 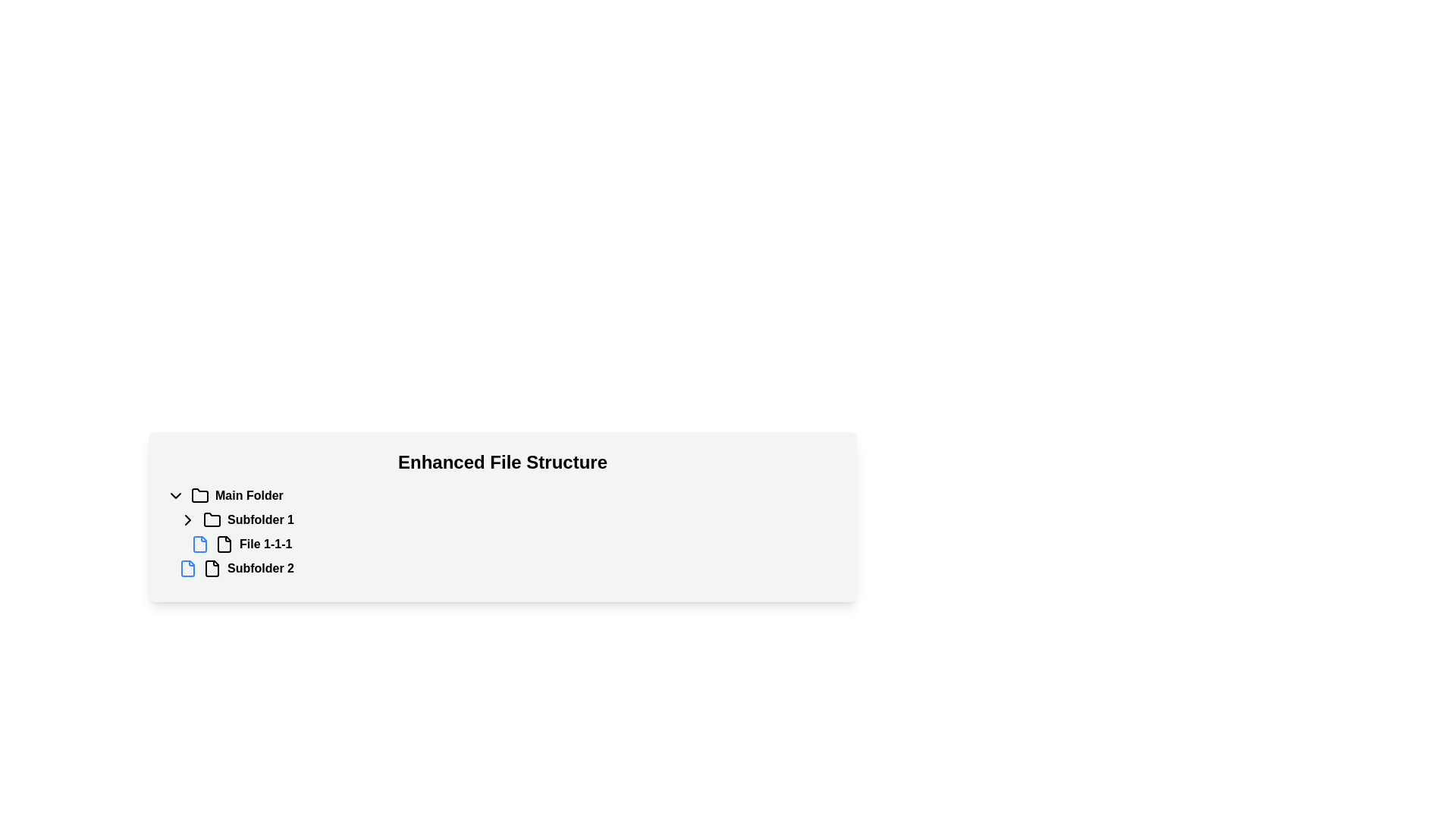 I want to click on the third icon in the row associated with the label 'Subfolder 2', which visually represents a file, so click(x=211, y=568).